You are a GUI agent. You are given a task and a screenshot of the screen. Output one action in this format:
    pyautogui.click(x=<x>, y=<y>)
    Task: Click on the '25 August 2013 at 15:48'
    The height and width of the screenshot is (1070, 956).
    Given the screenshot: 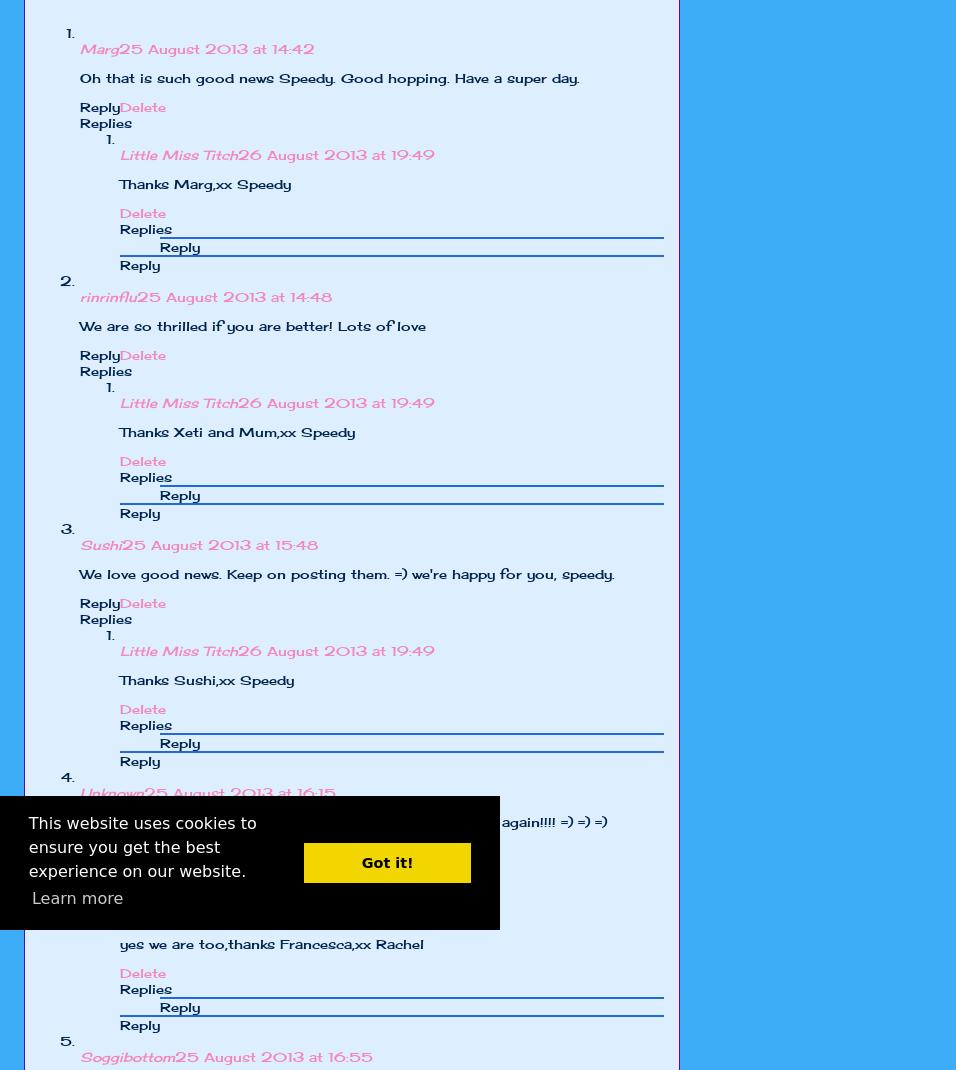 What is the action you would take?
    pyautogui.click(x=219, y=543)
    